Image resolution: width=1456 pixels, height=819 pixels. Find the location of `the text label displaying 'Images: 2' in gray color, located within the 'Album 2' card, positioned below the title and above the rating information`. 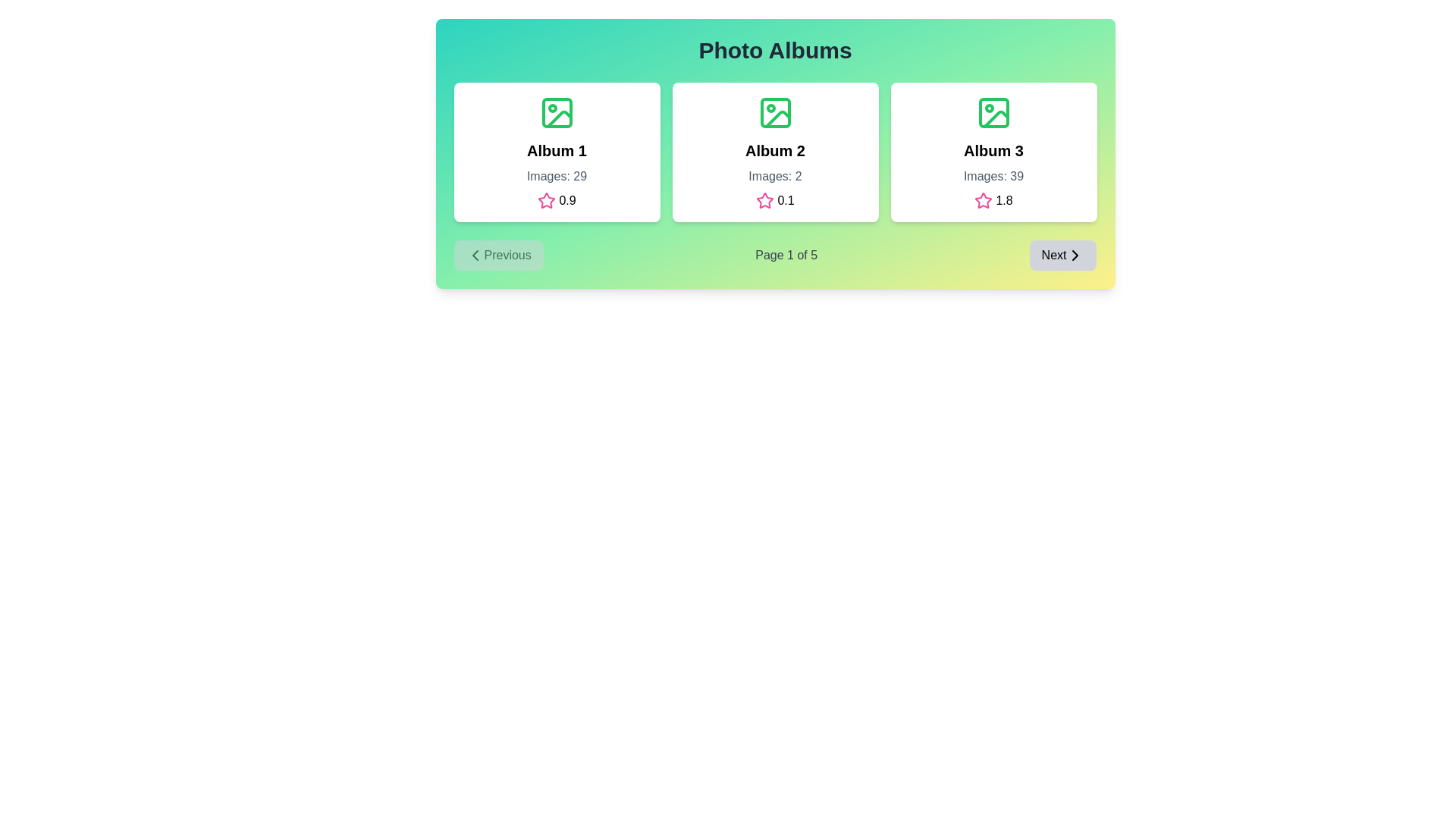

the text label displaying 'Images: 2' in gray color, located within the 'Album 2' card, positioned below the title and above the rating information is located at coordinates (775, 175).